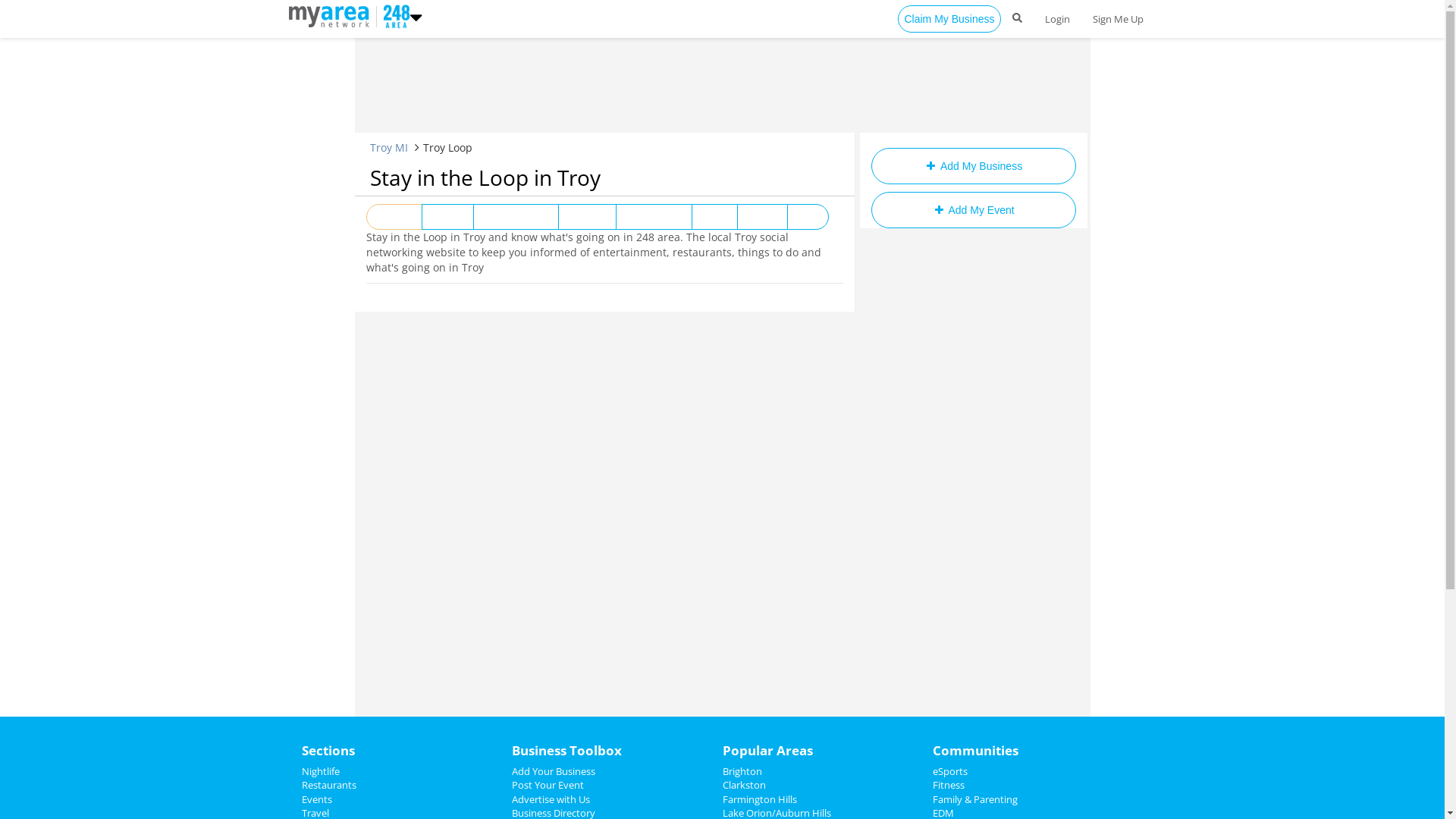  What do you see at coordinates (975, 798) in the screenshot?
I see `'Family & Parenting'` at bounding box center [975, 798].